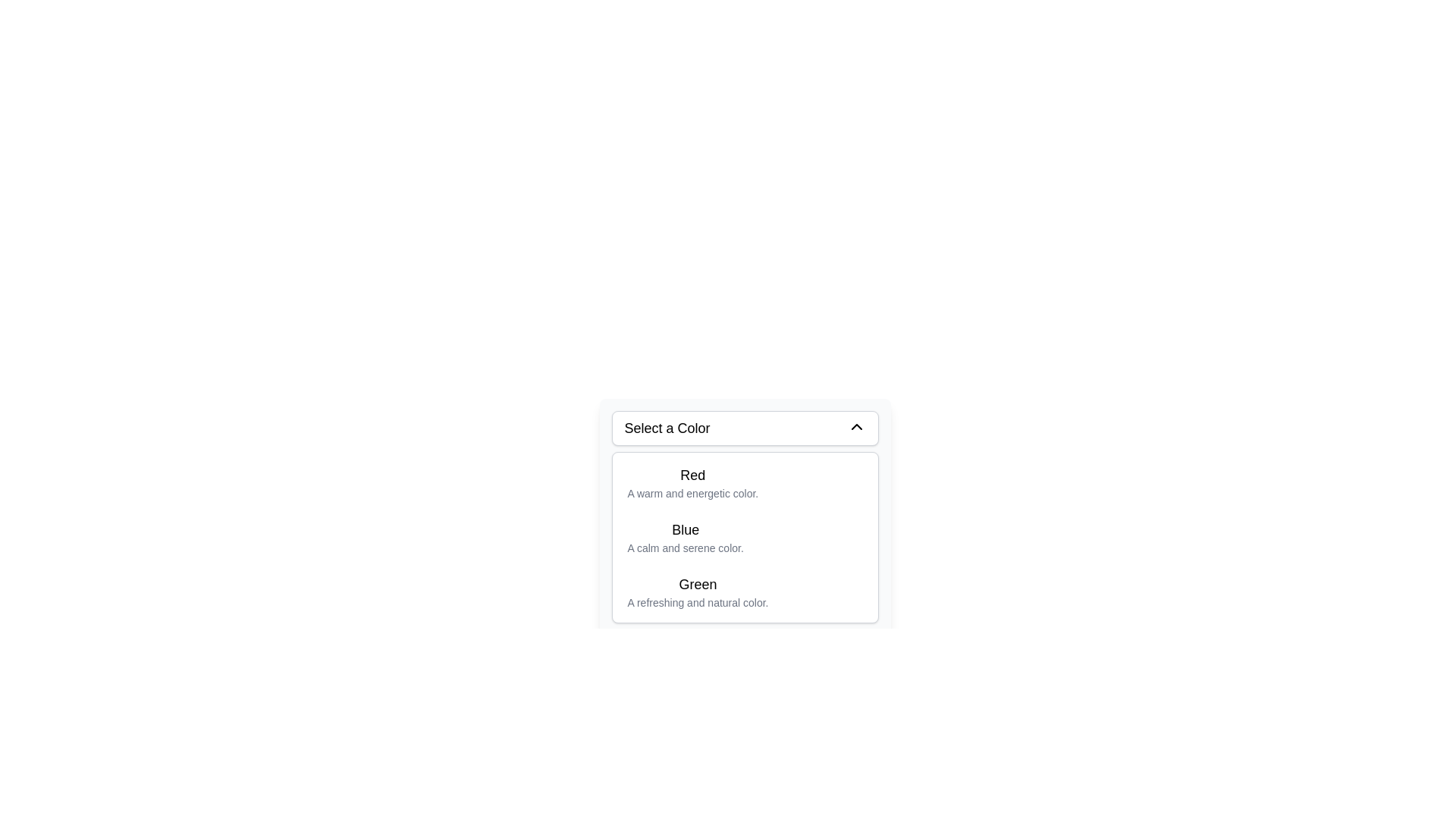  I want to click on the 'Red' text label in the 'Select a Color' dropdown menu to allow users to identify this color option, so click(692, 475).